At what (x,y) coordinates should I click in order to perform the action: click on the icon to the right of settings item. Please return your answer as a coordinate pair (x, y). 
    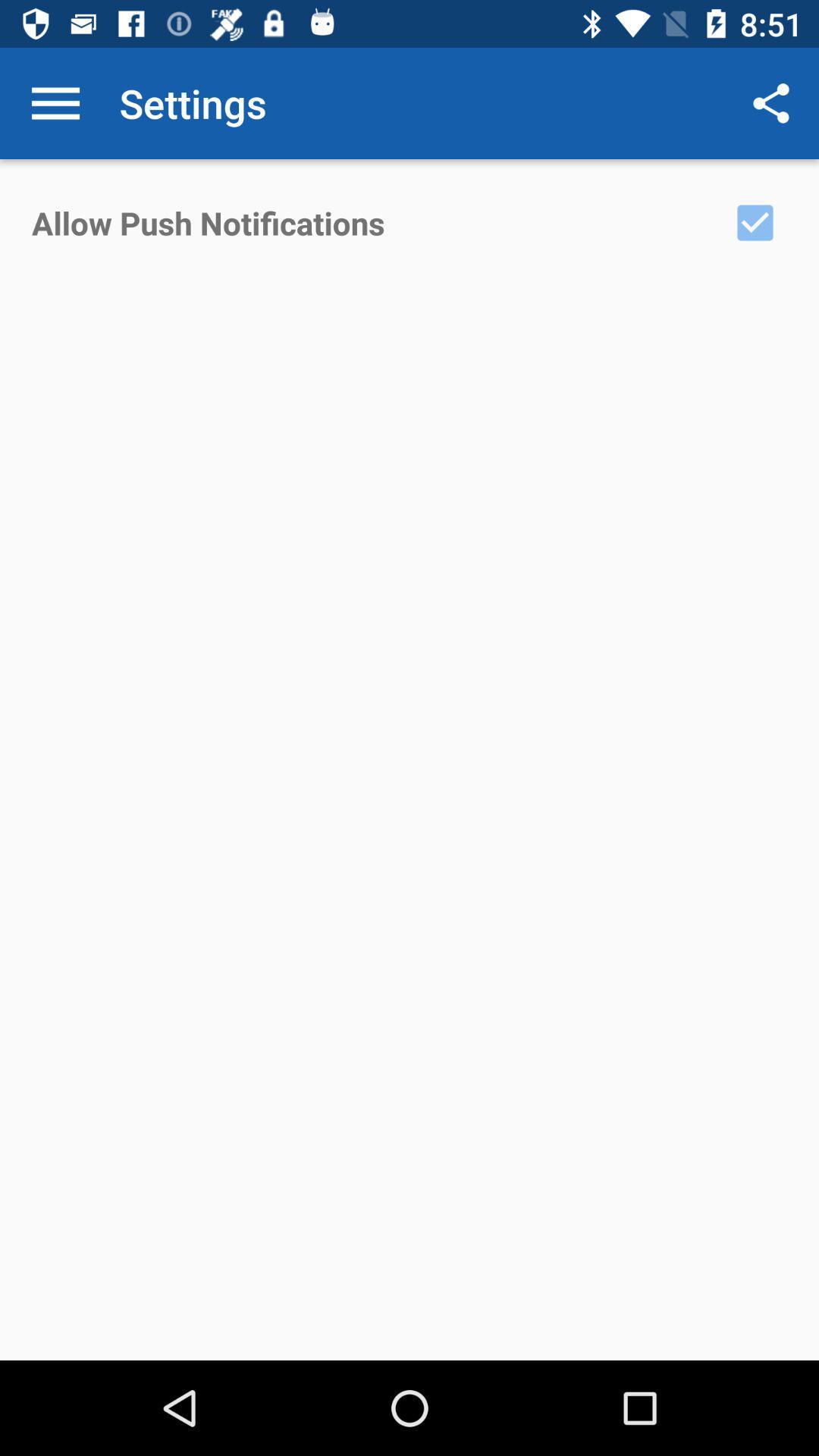
    Looking at the image, I should click on (771, 102).